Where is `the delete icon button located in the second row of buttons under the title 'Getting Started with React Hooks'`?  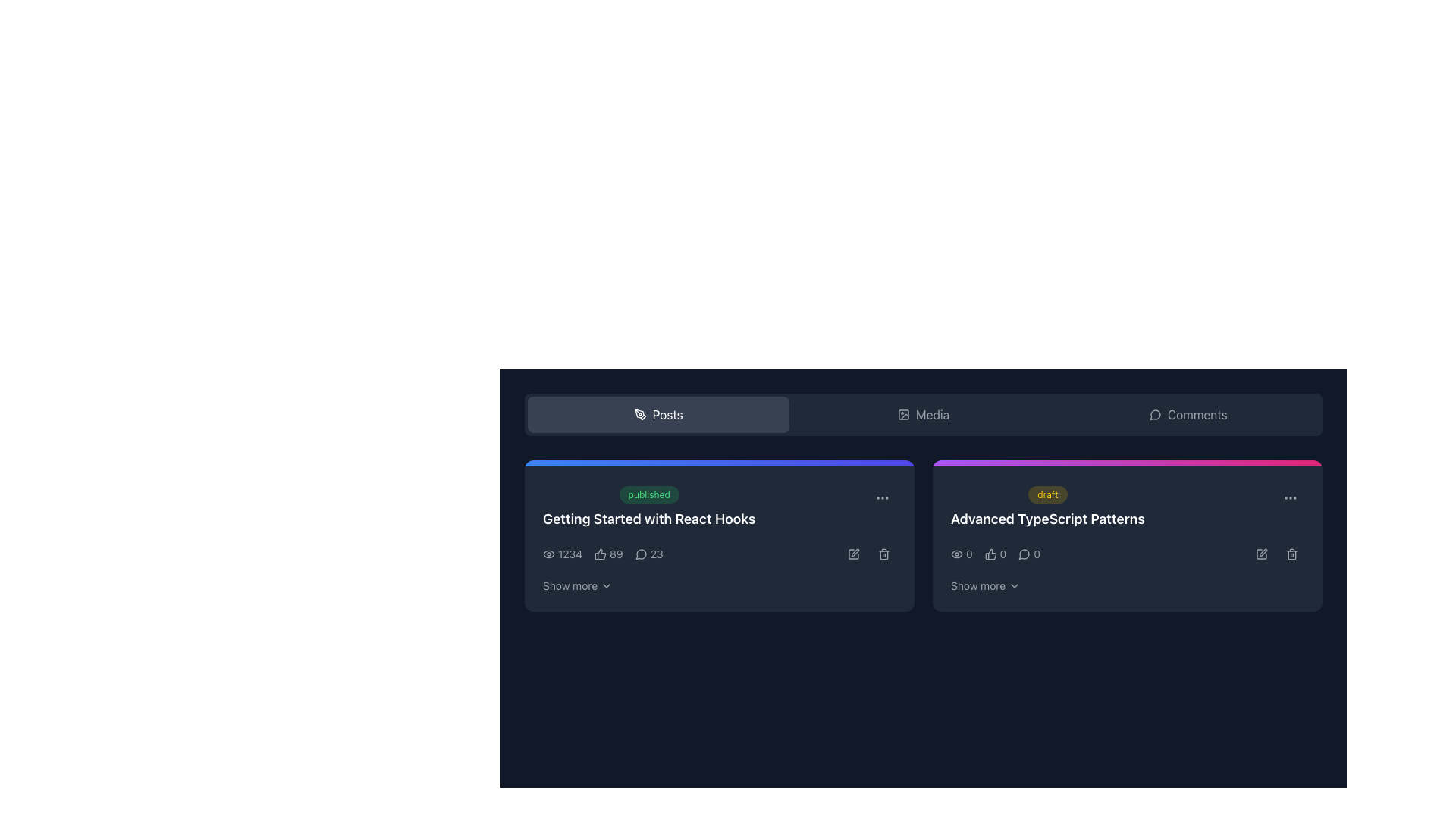 the delete icon button located in the second row of buttons under the title 'Getting Started with React Hooks' is located at coordinates (884, 554).